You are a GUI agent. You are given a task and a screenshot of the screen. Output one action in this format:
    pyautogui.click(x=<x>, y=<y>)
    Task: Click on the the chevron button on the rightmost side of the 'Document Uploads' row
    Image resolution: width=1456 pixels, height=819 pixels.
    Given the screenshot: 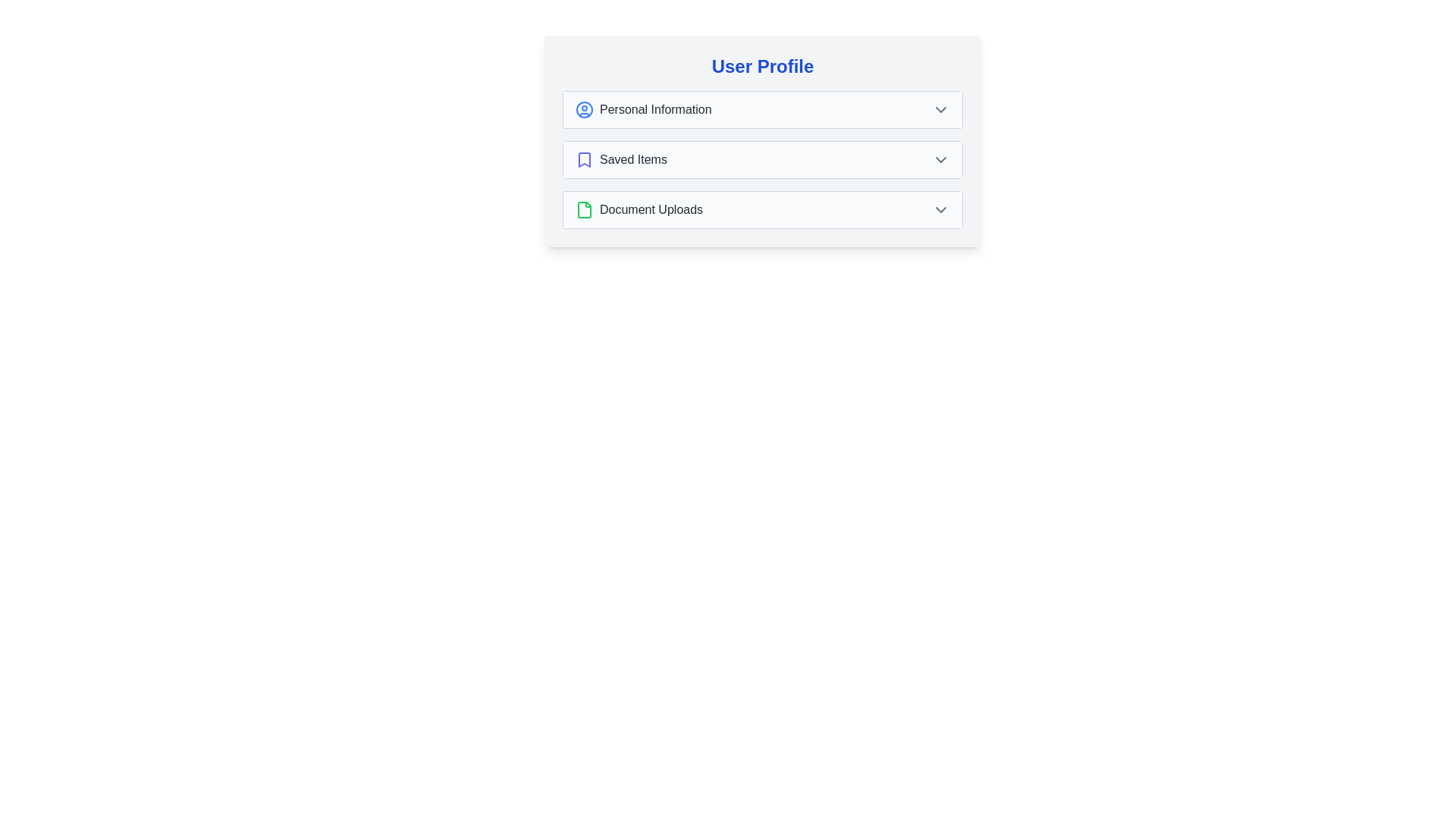 What is the action you would take?
    pyautogui.click(x=940, y=210)
    